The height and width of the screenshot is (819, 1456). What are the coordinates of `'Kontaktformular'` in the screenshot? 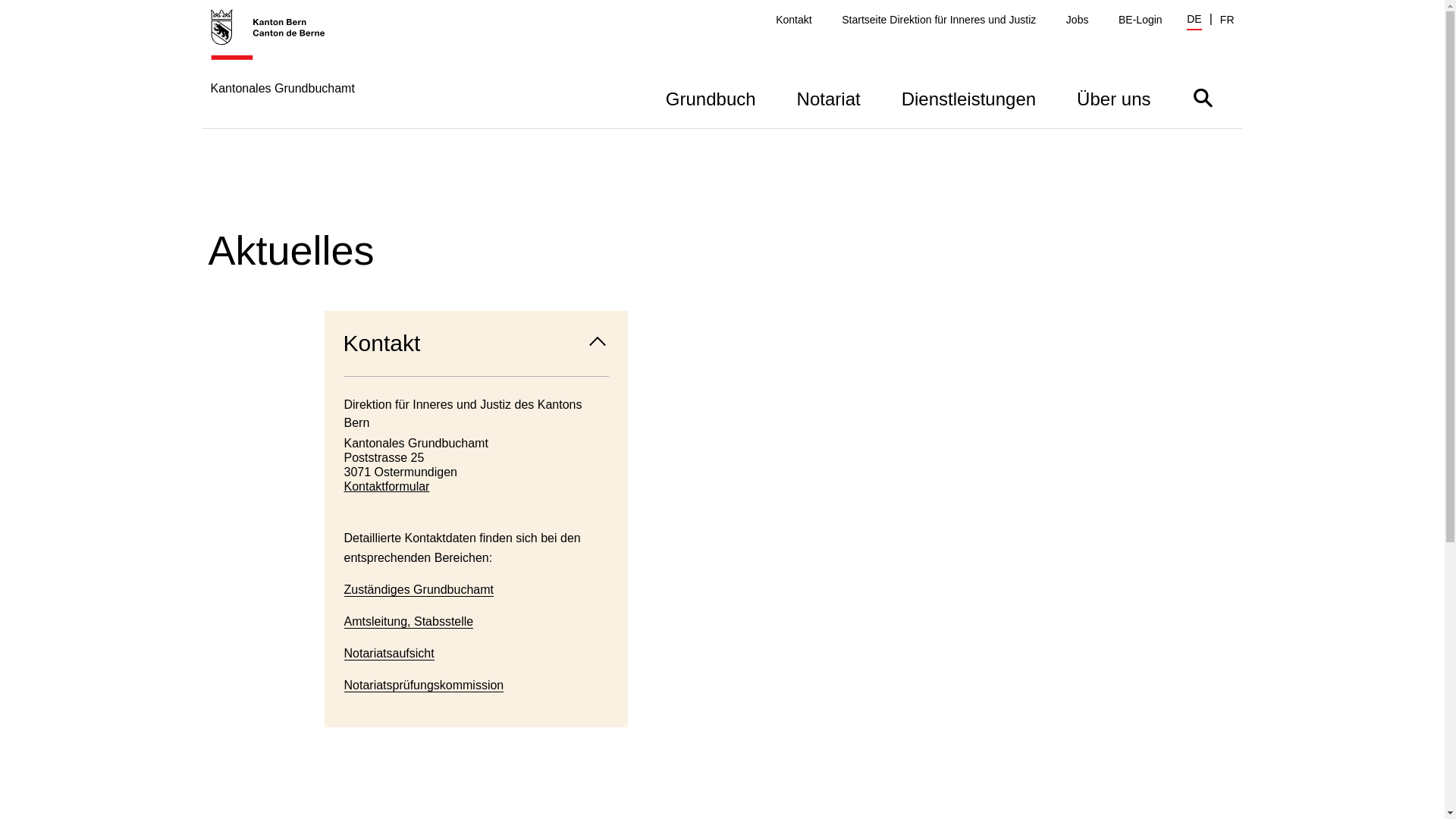 It's located at (475, 486).